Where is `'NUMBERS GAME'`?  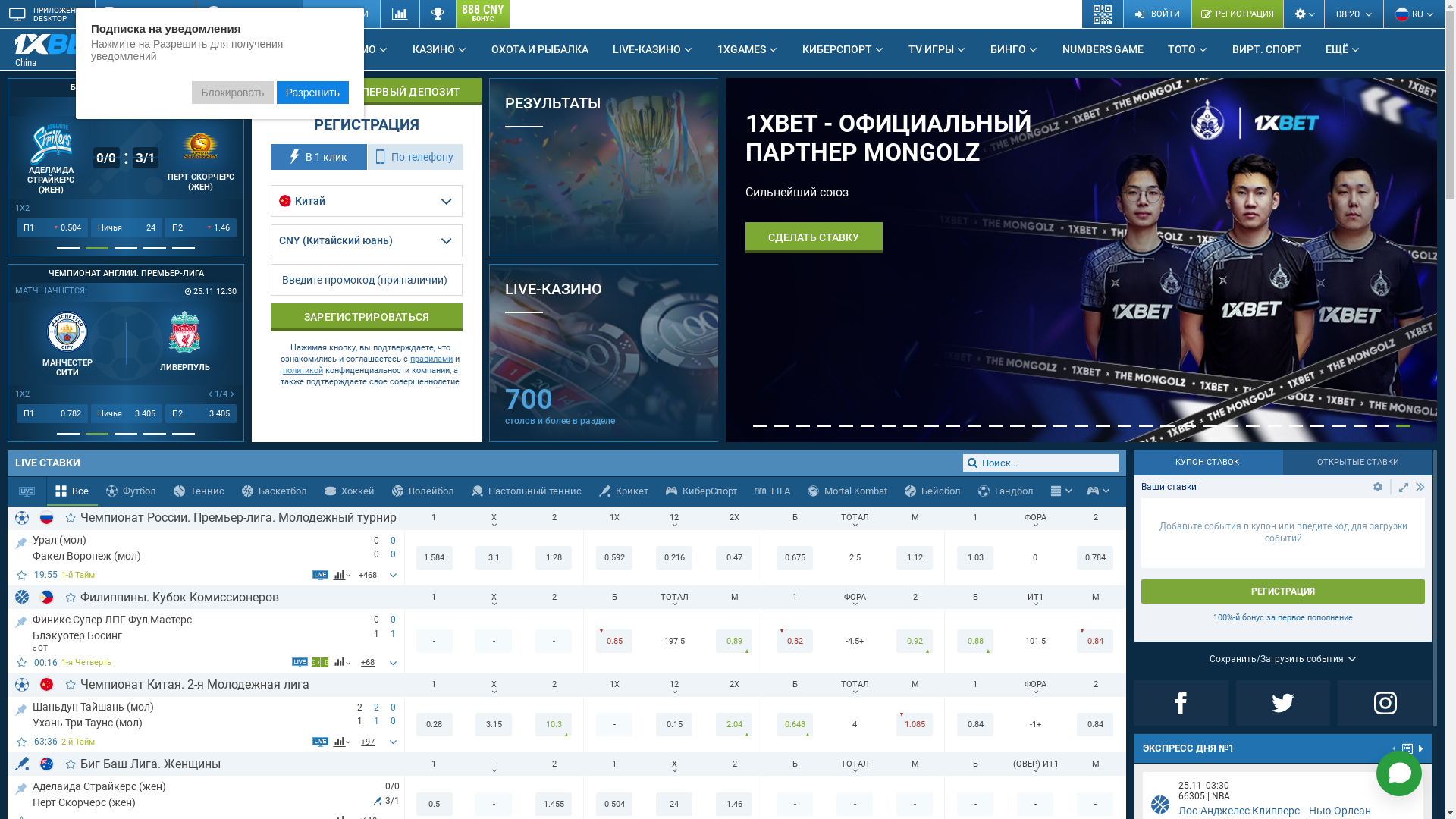 'NUMBERS GAME' is located at coordinates (1103, 49).